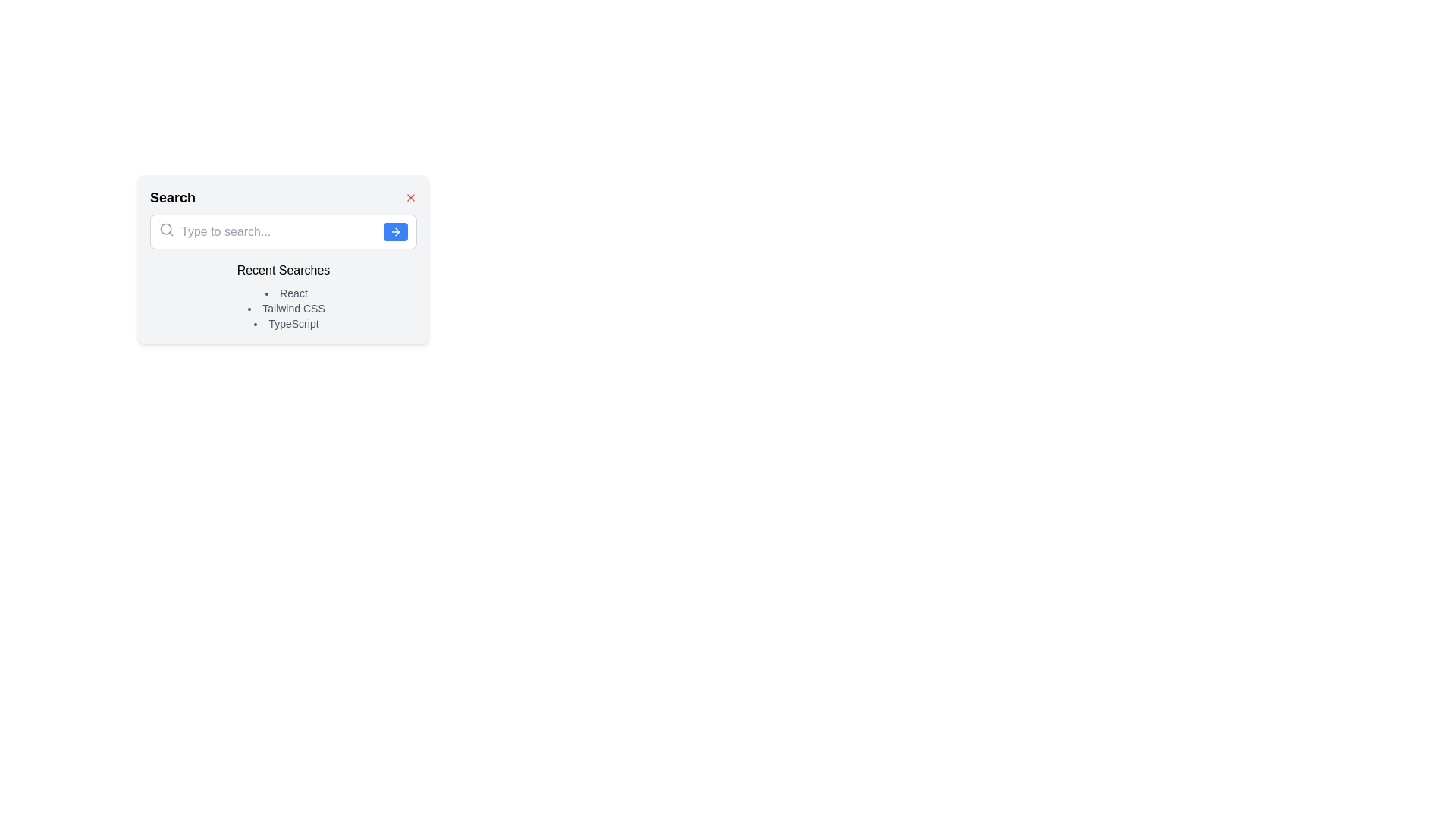  Describe the element at coordinates (396, 231) in the screenshot. I see `the blue rectangular button with rounded corners that features a right-pointing arrow icon, located to the right of the search input field` at that location.